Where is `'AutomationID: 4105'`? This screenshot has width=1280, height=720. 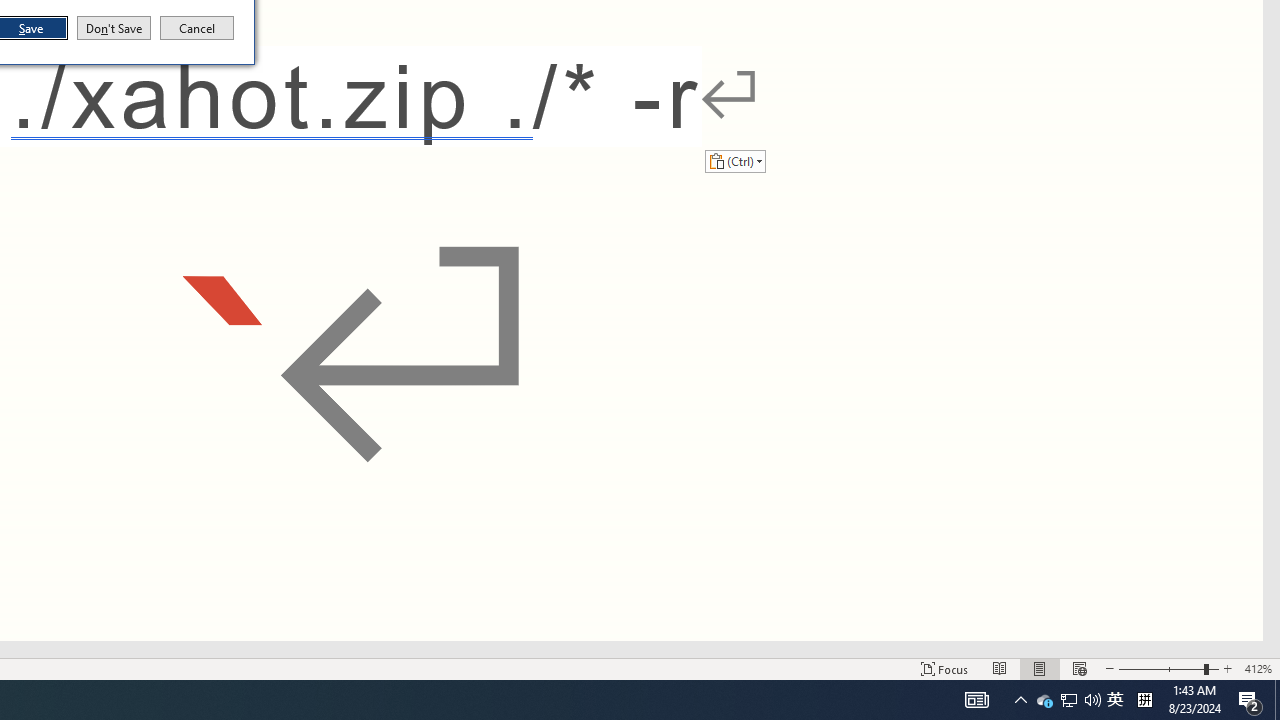
'AutomationID: 4105' is located at coordinates (977, 698).